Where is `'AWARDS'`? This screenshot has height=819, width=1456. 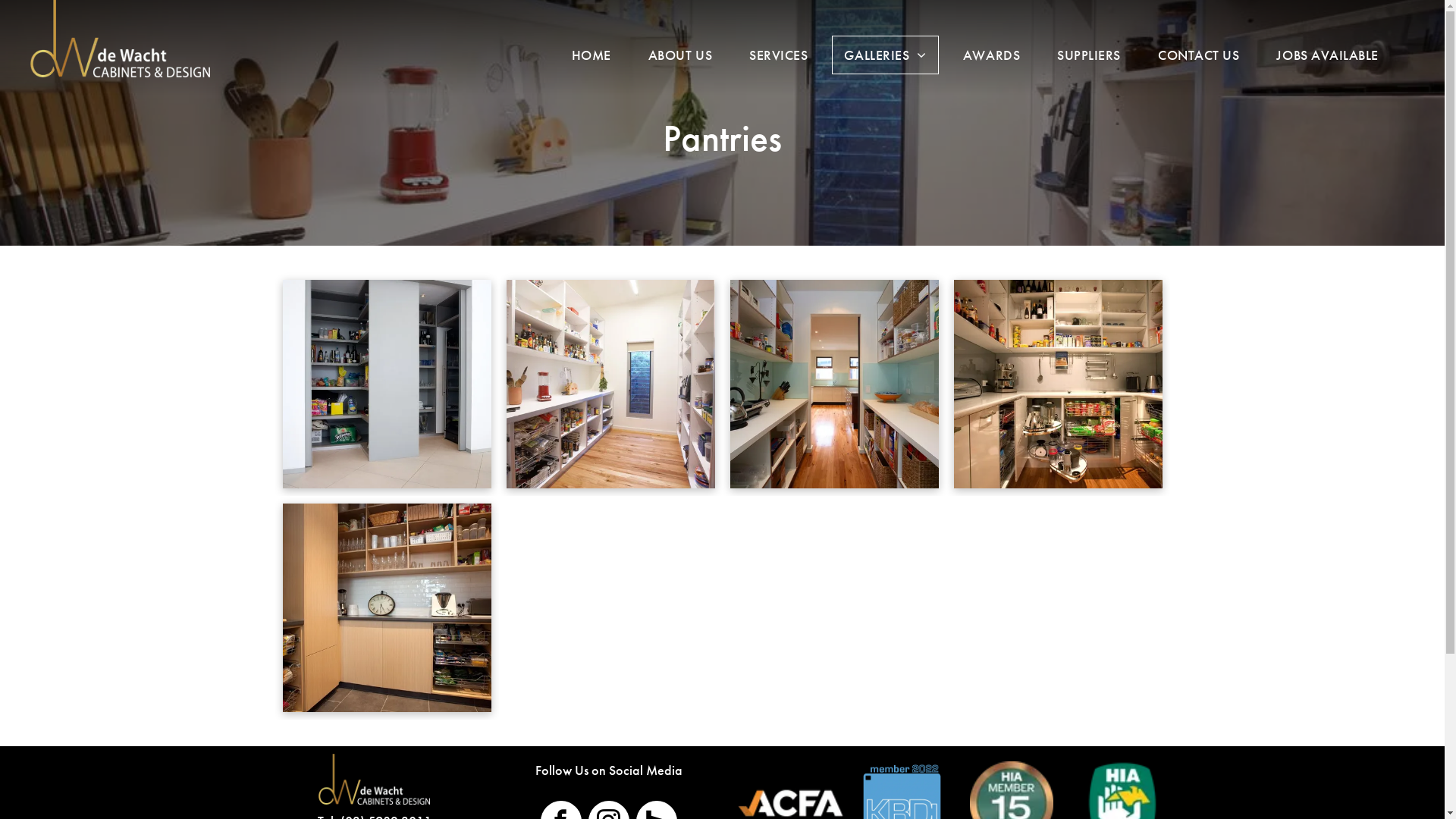
'AWARDS' is located at coordinates (991, 54).